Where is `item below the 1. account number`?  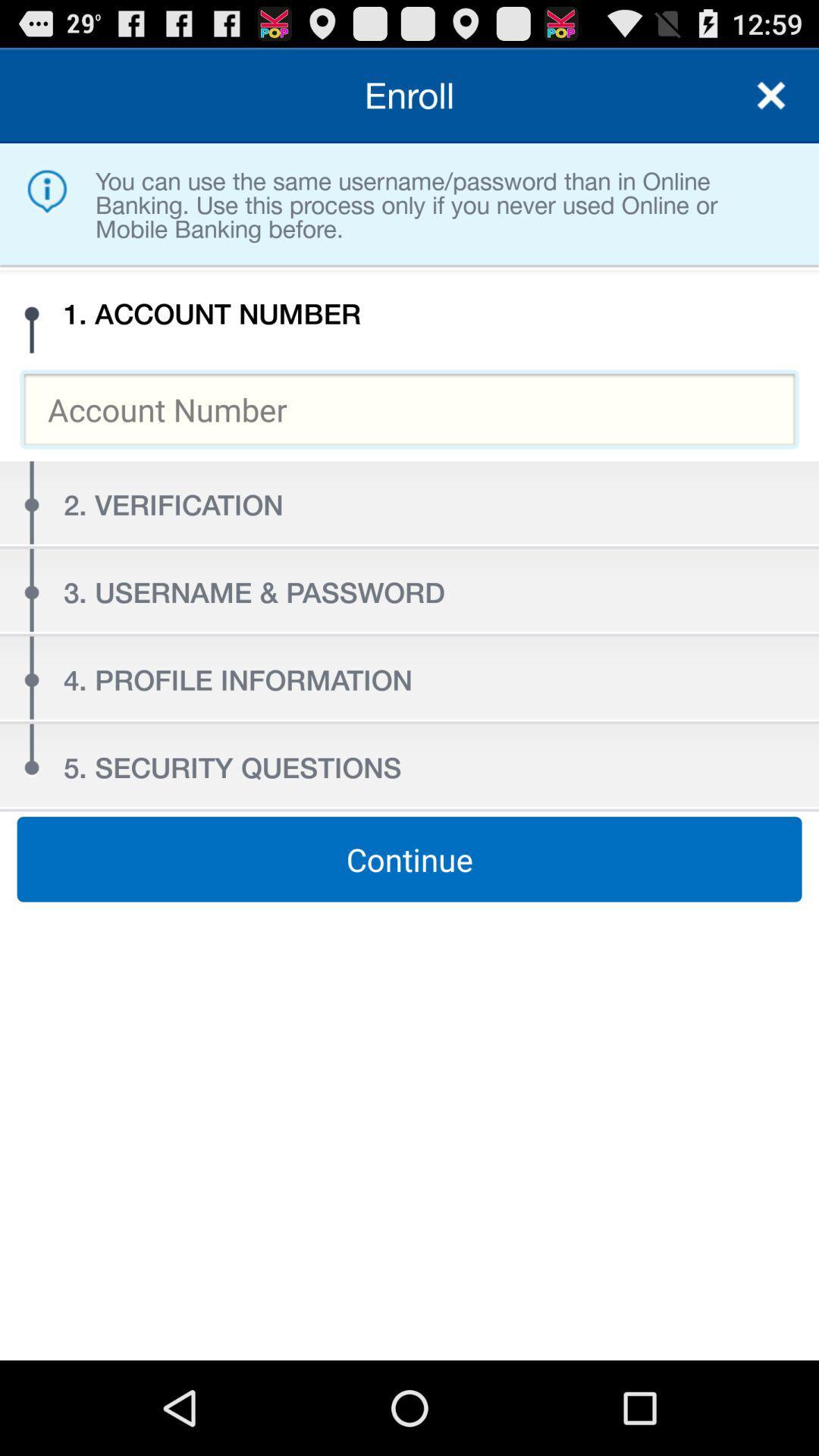
item below the 1. account number is located at coordinates (409, 409).